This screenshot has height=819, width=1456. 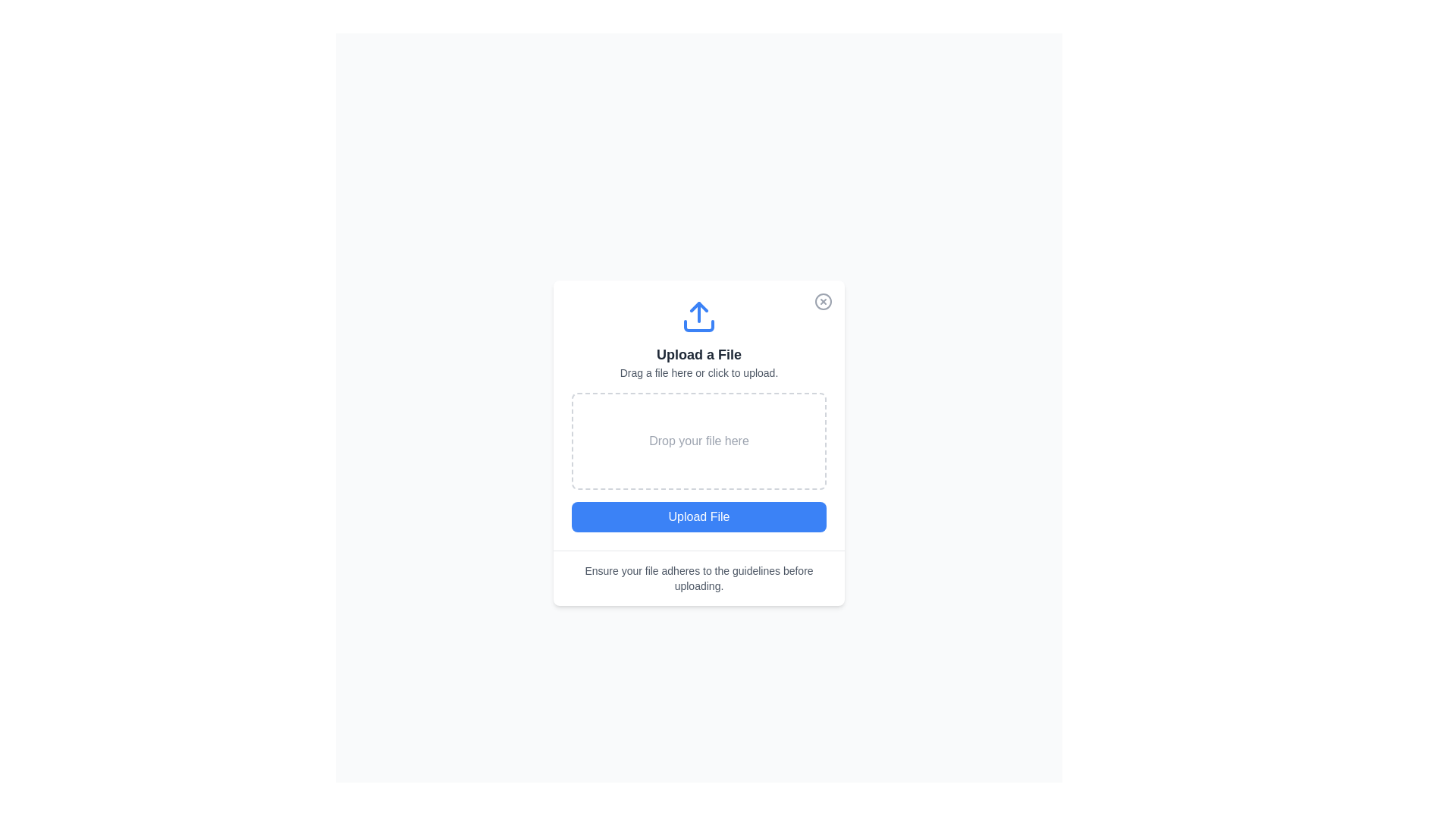 I want to click on the interactive drop zone for file uploads, which is located centrally within the dialog box, below the title 'Upload a File' and the subtitle 'Drag a file here or click to upload.', so click(x=698, y=415).